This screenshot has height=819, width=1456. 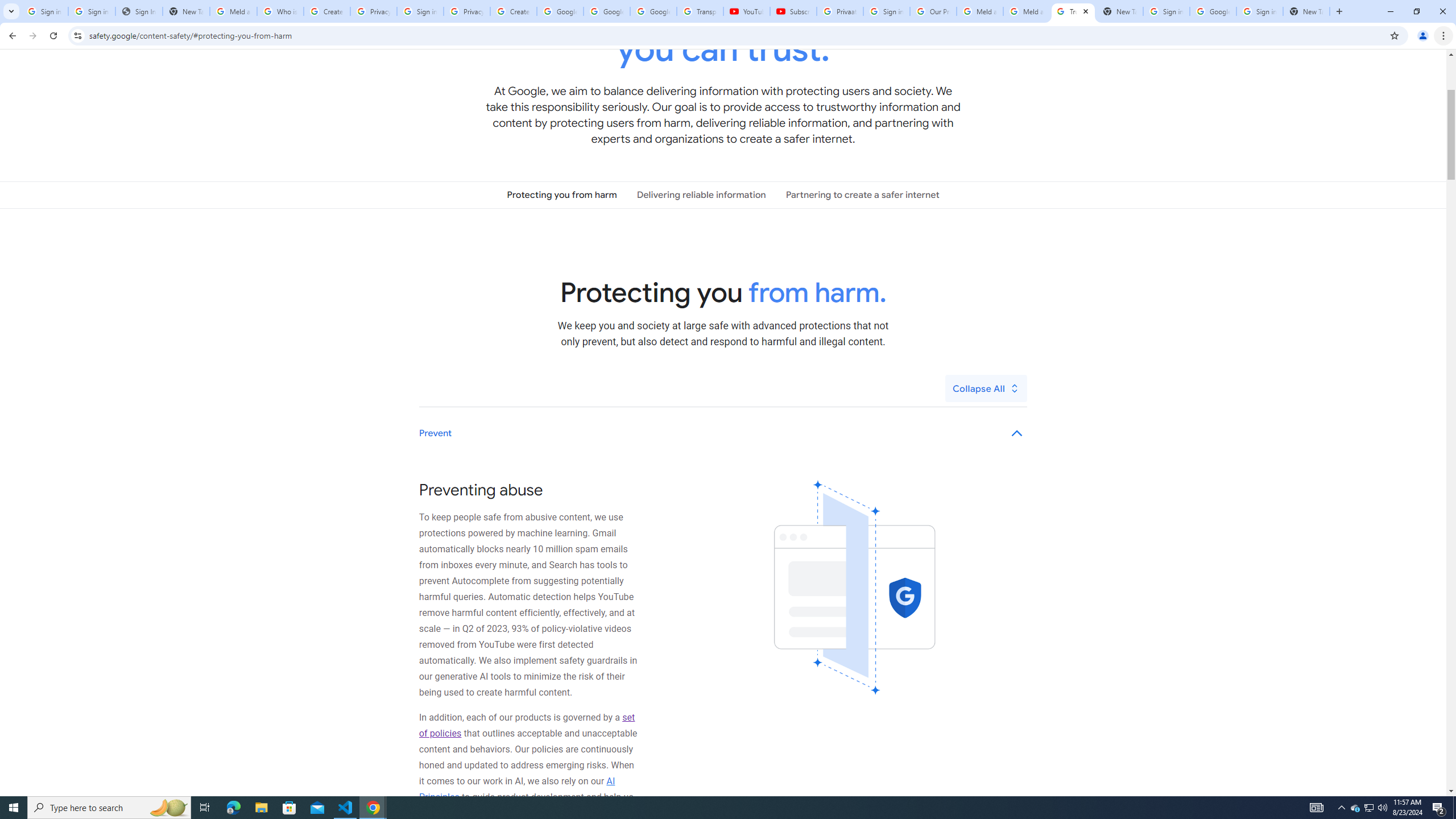 I want to click on 'Google Cybersecurity Innovations - Google Safety Center', so click(x=1213, y=11).